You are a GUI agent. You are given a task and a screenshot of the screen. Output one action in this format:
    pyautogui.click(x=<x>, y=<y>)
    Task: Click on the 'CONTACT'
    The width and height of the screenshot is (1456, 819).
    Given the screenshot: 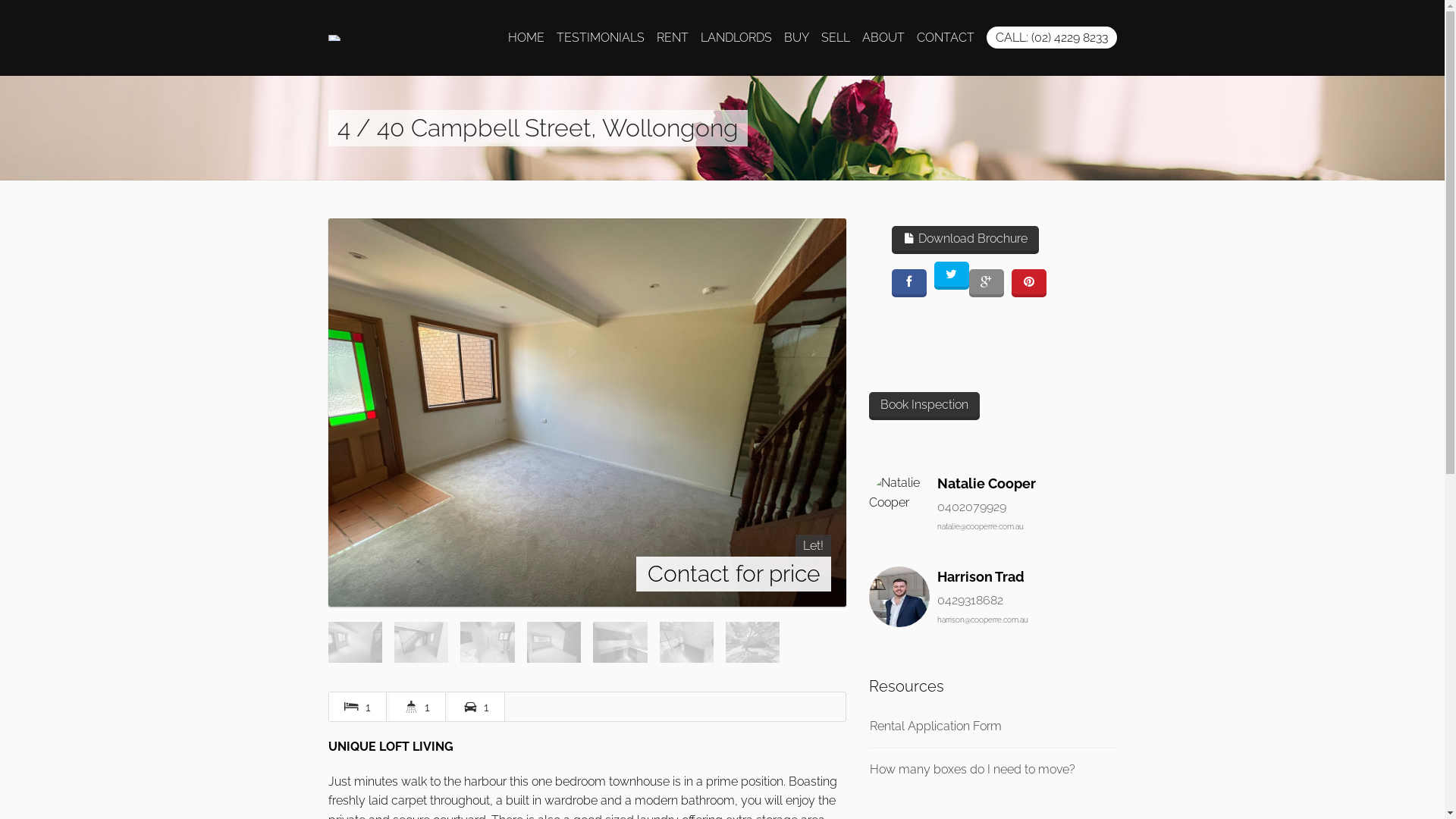 What is the action you would take?
    pyautogui.click(x=944, y=37)
    